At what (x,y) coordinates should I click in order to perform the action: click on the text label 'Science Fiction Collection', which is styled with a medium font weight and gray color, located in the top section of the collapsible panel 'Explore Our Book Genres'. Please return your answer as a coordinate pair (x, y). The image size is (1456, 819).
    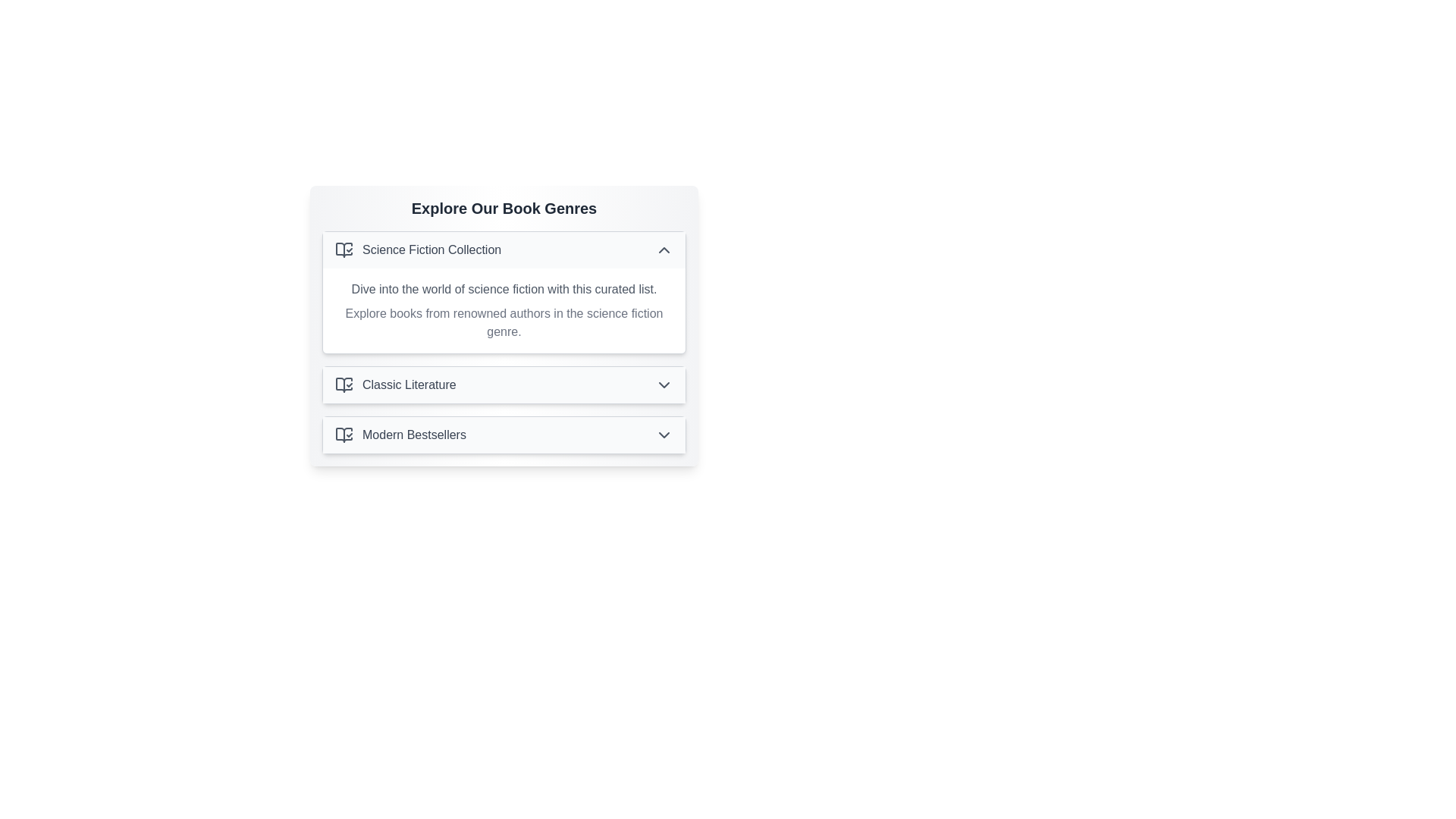
    Looking at the image, I should click on (431, 249).